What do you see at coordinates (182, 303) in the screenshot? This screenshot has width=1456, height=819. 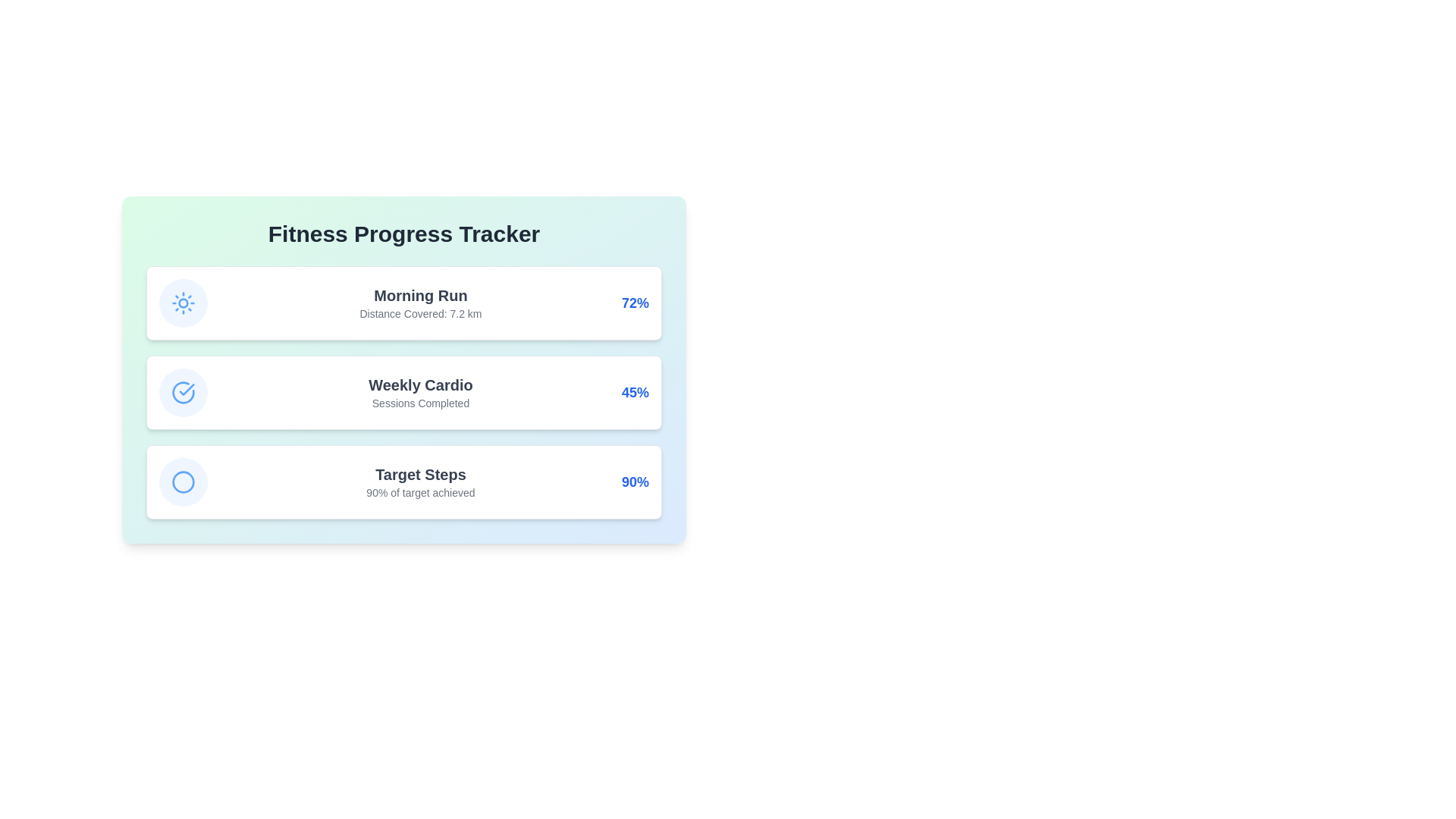 I see `the circular icon with a light blue background and sun-like symbol in blue, located in the top-left corner of the 'Morning Run' card in the 'Fitness Progress Tracker' interface` at bounding box center [182, 303].